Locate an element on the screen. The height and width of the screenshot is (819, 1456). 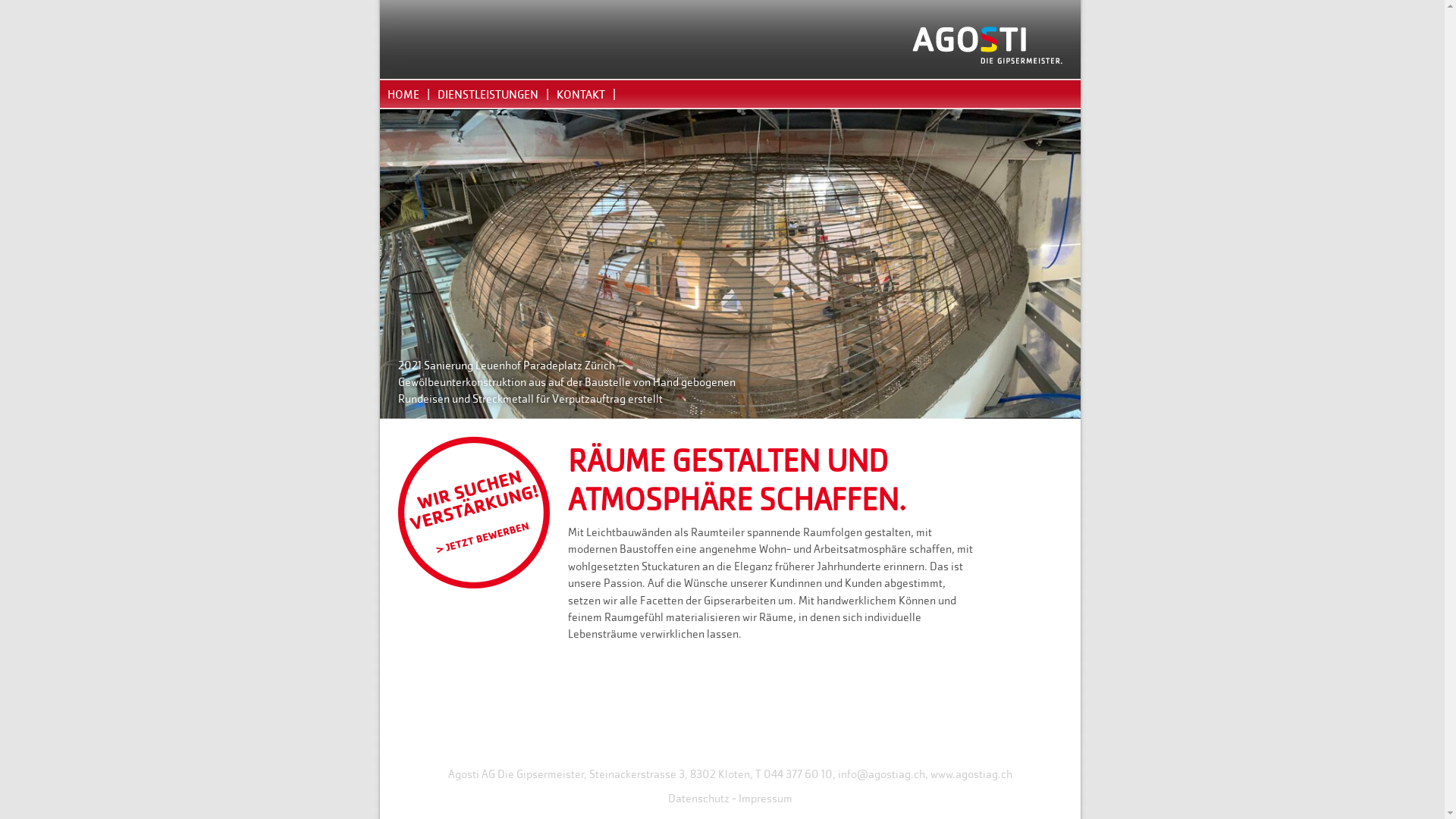
'Datenschutz' is located at coordinates (697, 797).